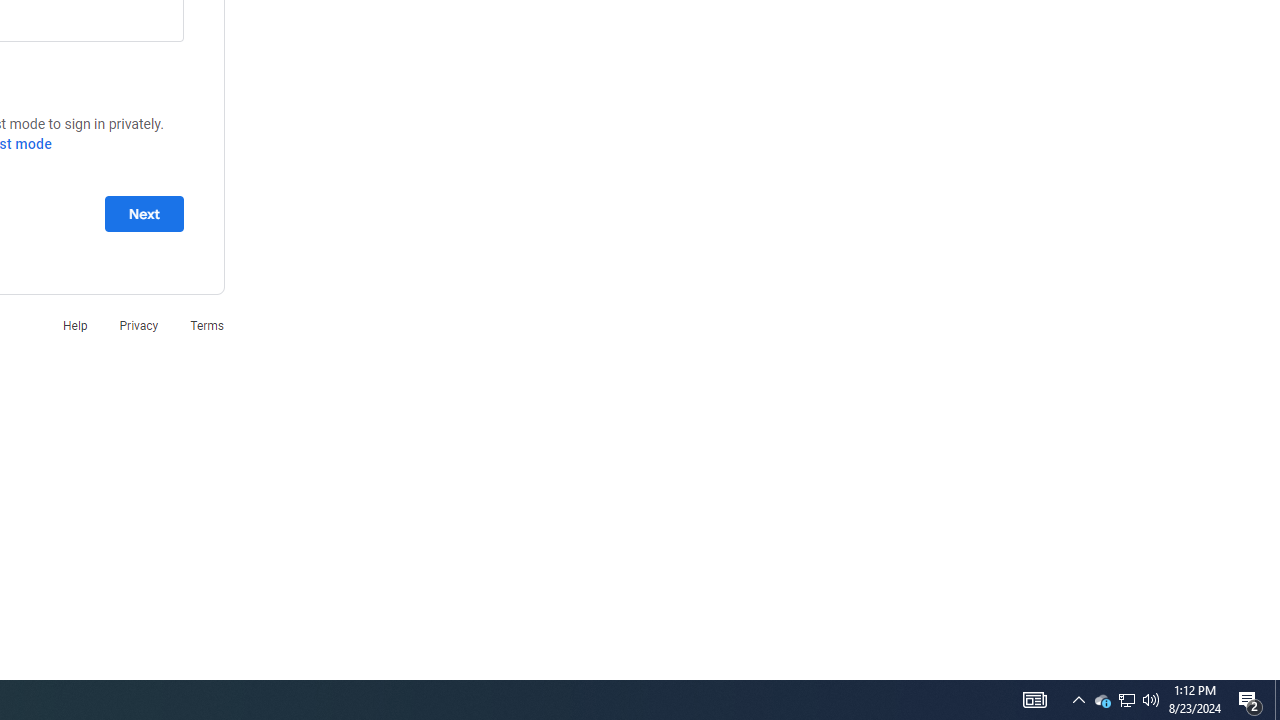 The height and width of the screenshot is (720, 1280). What do you see at coordinates (1127, 698) in the screenshot?
I see `'User Promoted Notification Area'` at bounding box center [1127, 698].